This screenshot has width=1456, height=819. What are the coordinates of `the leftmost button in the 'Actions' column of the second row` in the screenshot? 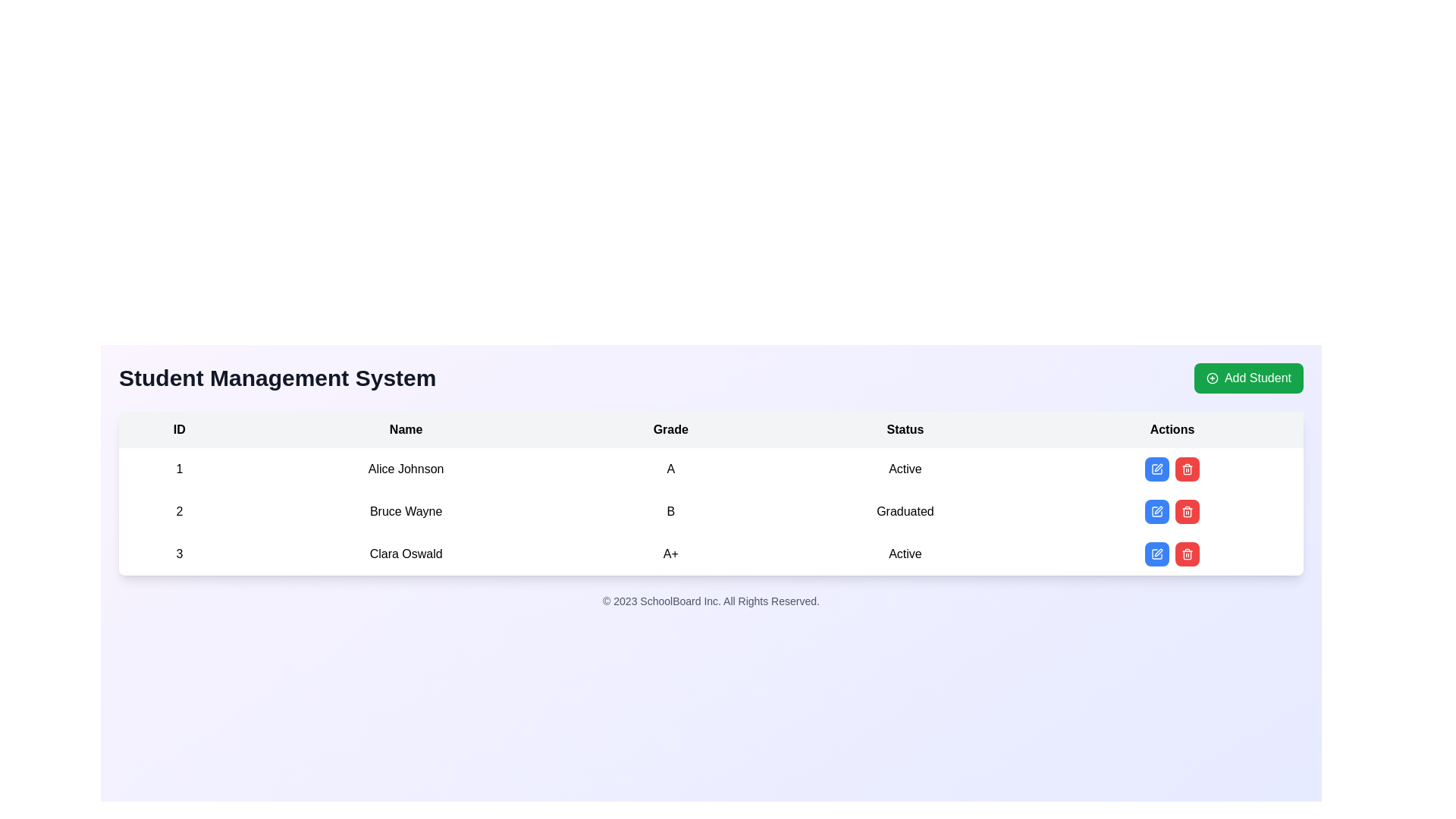 It's located at (1156, 512).